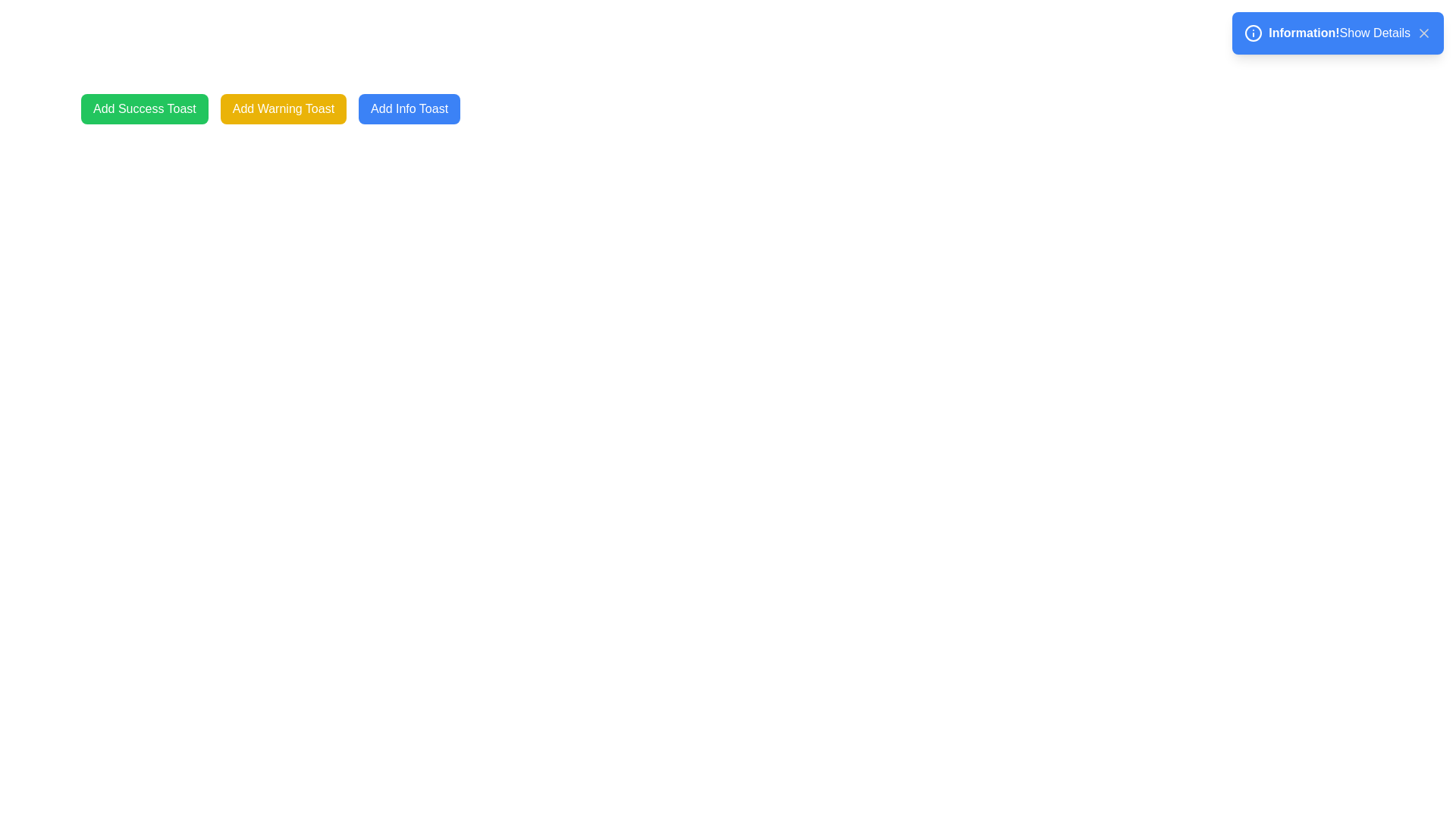 This screenshot has width=1456, height=819. I want to click on the close button located at the far-right side of the blue notification bar, so click(1423, 33).